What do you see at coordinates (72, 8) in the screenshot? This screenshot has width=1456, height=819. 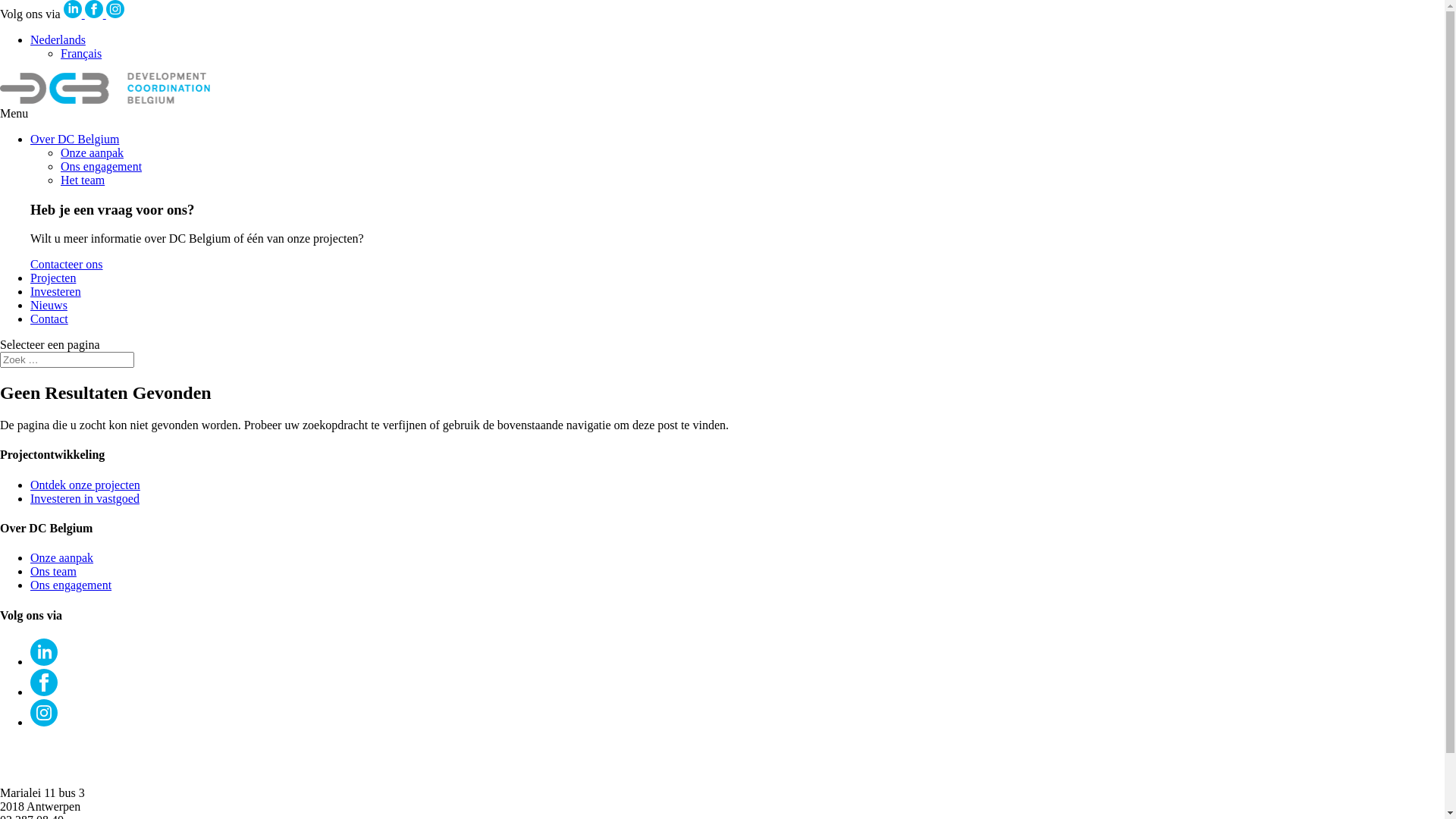 I see `'LinkedIn'` at bounding box center [72, 8].